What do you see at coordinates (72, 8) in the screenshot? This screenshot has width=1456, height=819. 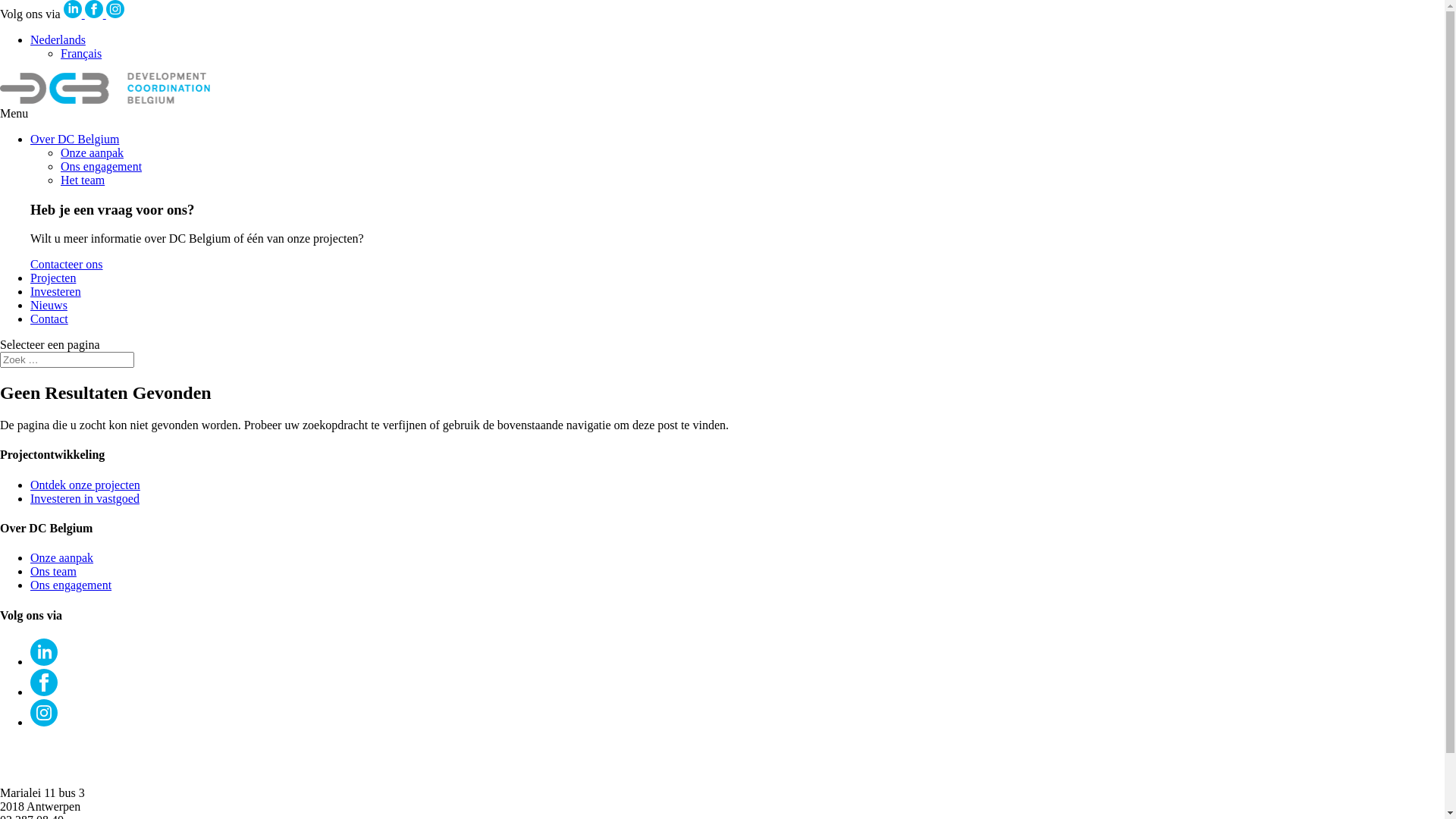 I see `'LinkedIn'` at bounding box center [72, 8].